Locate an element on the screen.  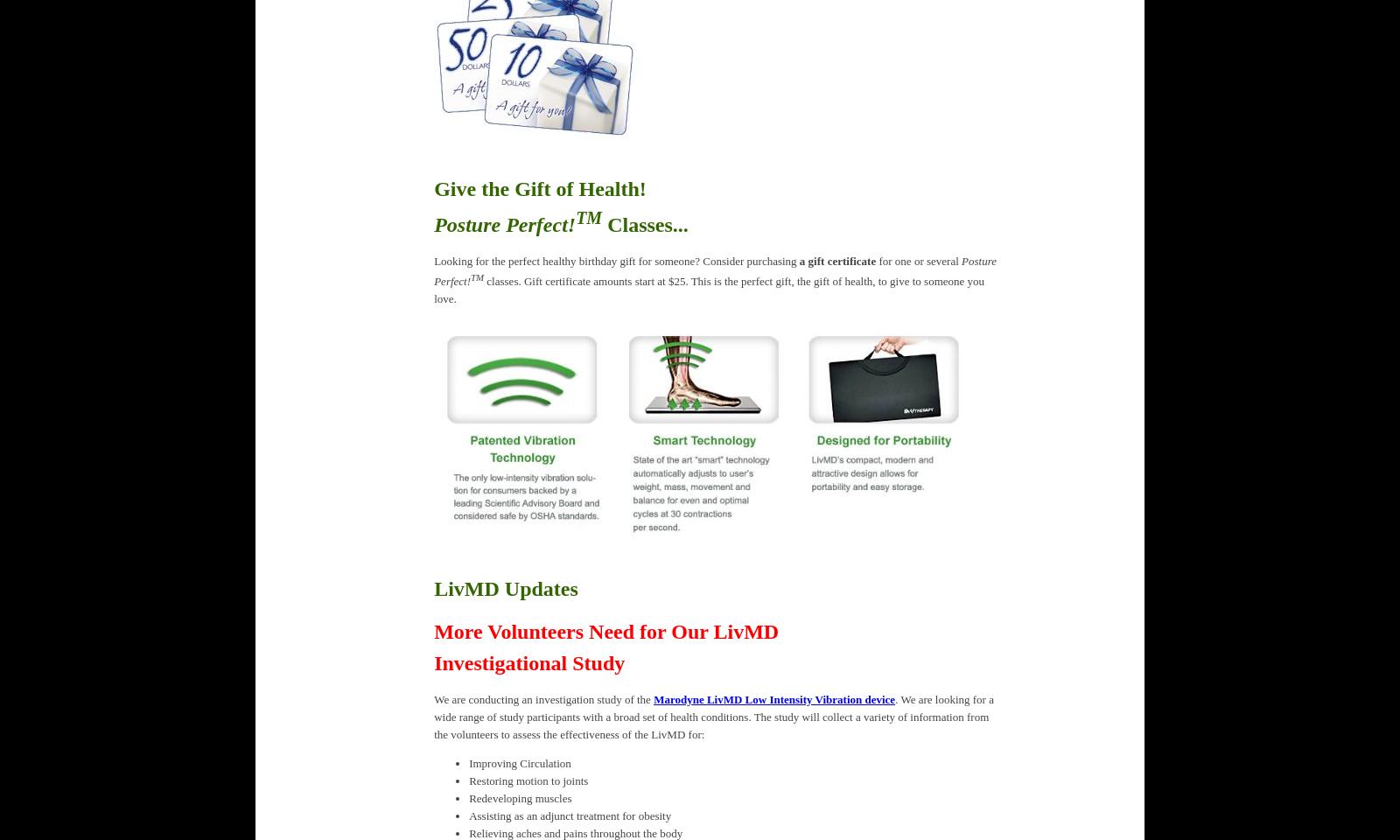
'a gift certificate' is located at coordinates (836, 259).